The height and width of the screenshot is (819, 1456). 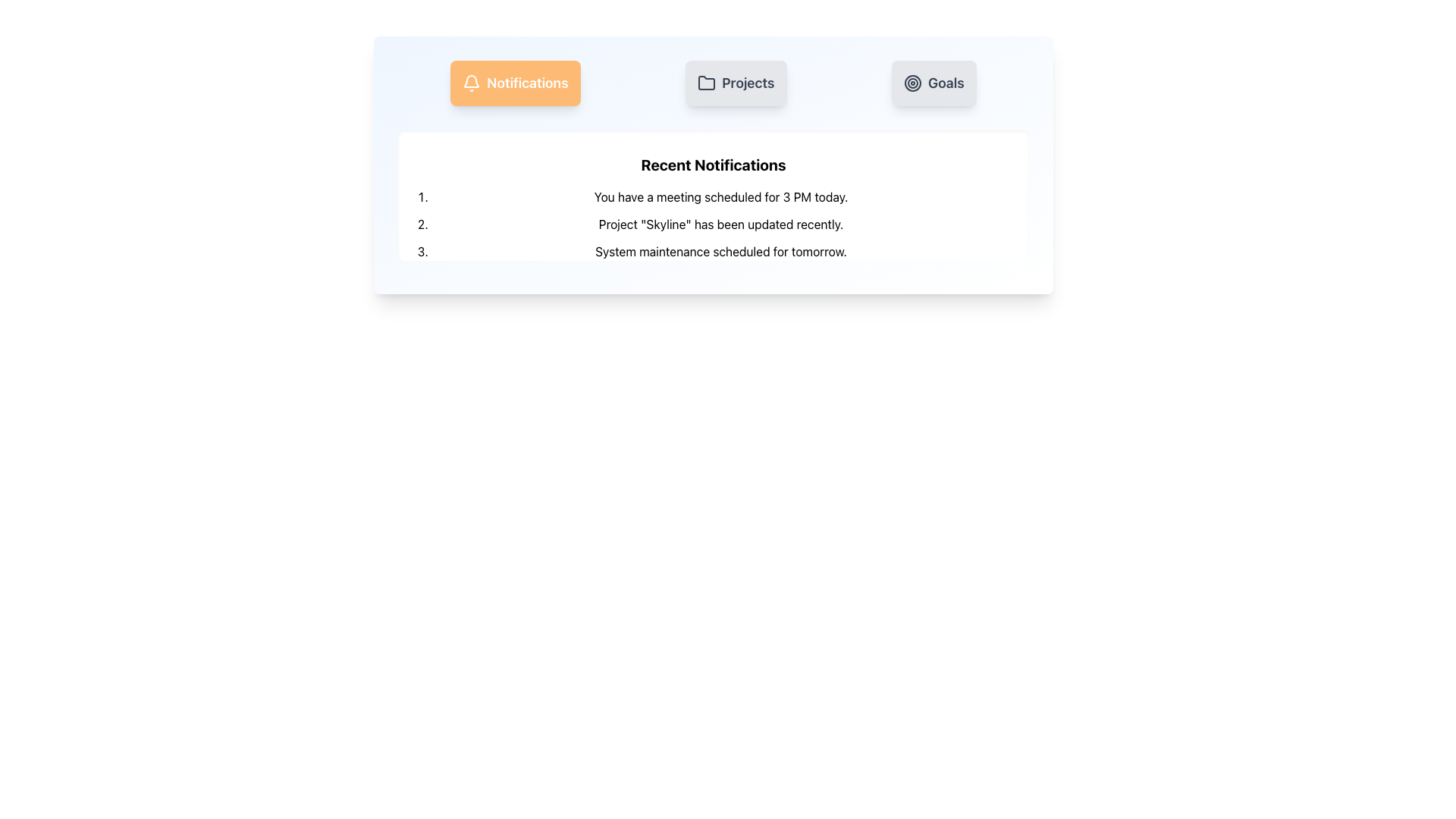 What do you see at coordinates (933, 83) in the screenshot?
I see `the 'Goals' button, which is a rectangular button with rounded corners and a light gray background` at bounding box center [933, 83].